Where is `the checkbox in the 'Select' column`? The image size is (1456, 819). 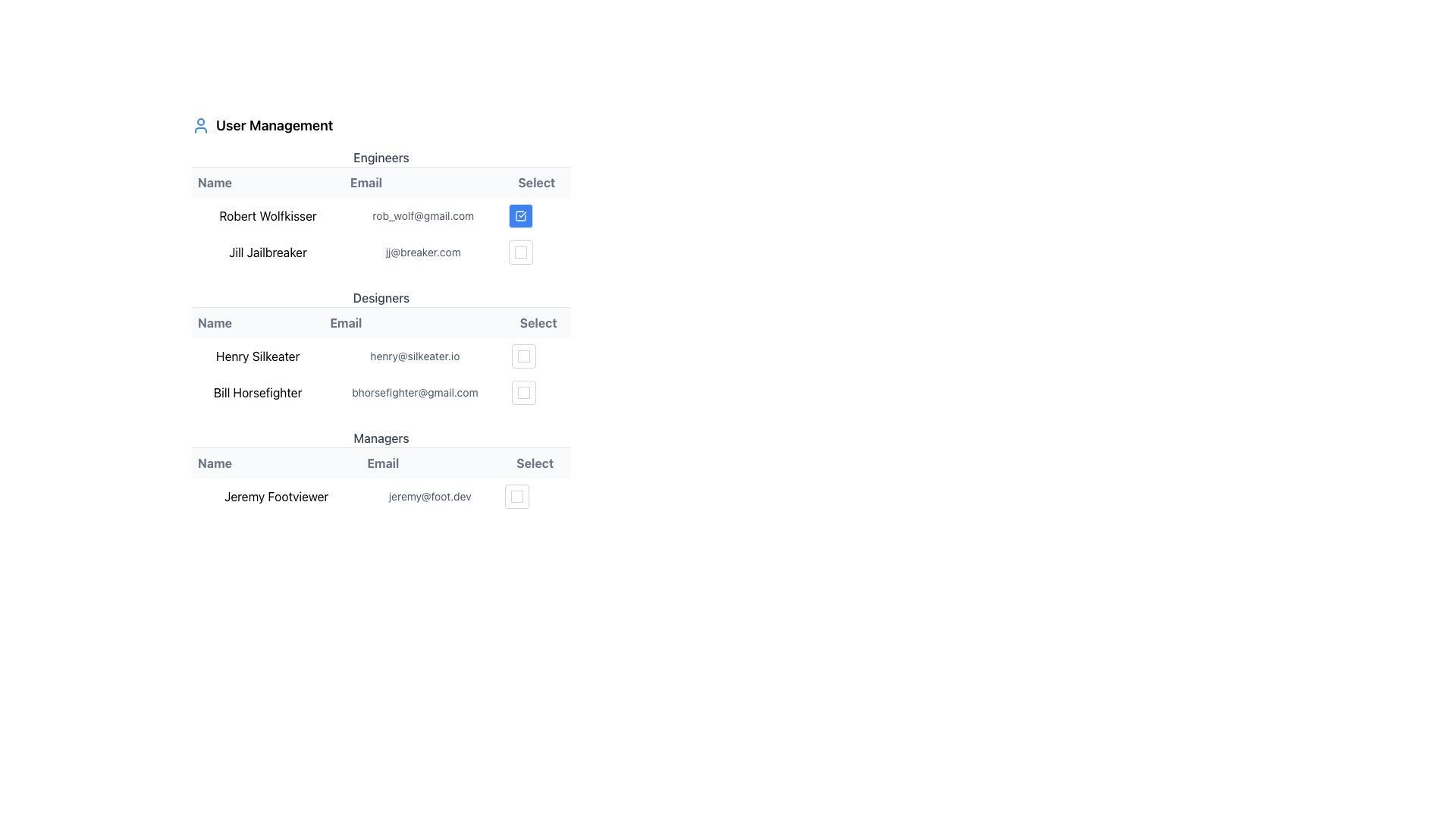
the checkbox in the 'Select' column is located at coordinates (524, 356).